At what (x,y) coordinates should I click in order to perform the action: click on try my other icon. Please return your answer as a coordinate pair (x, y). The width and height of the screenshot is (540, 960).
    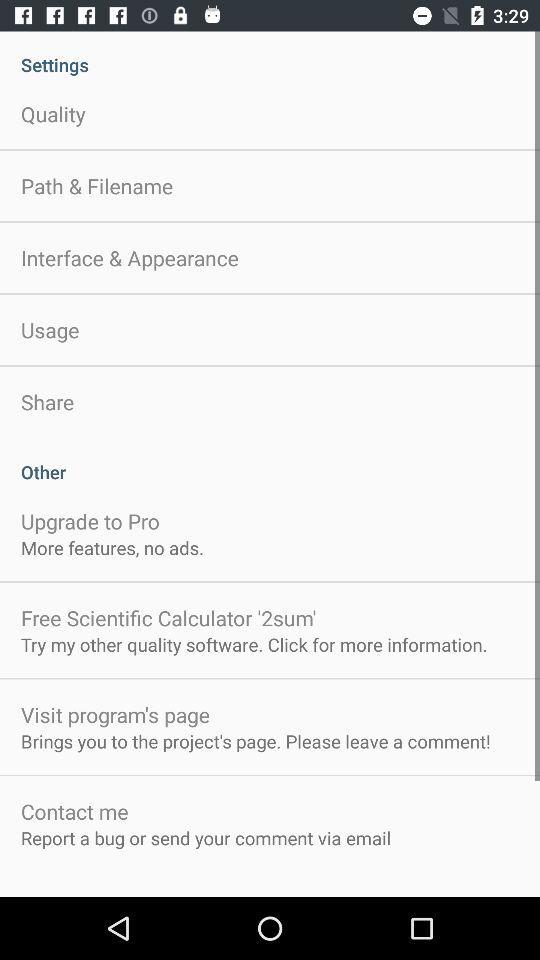
    Looking at the image, I should click on (254, 643).